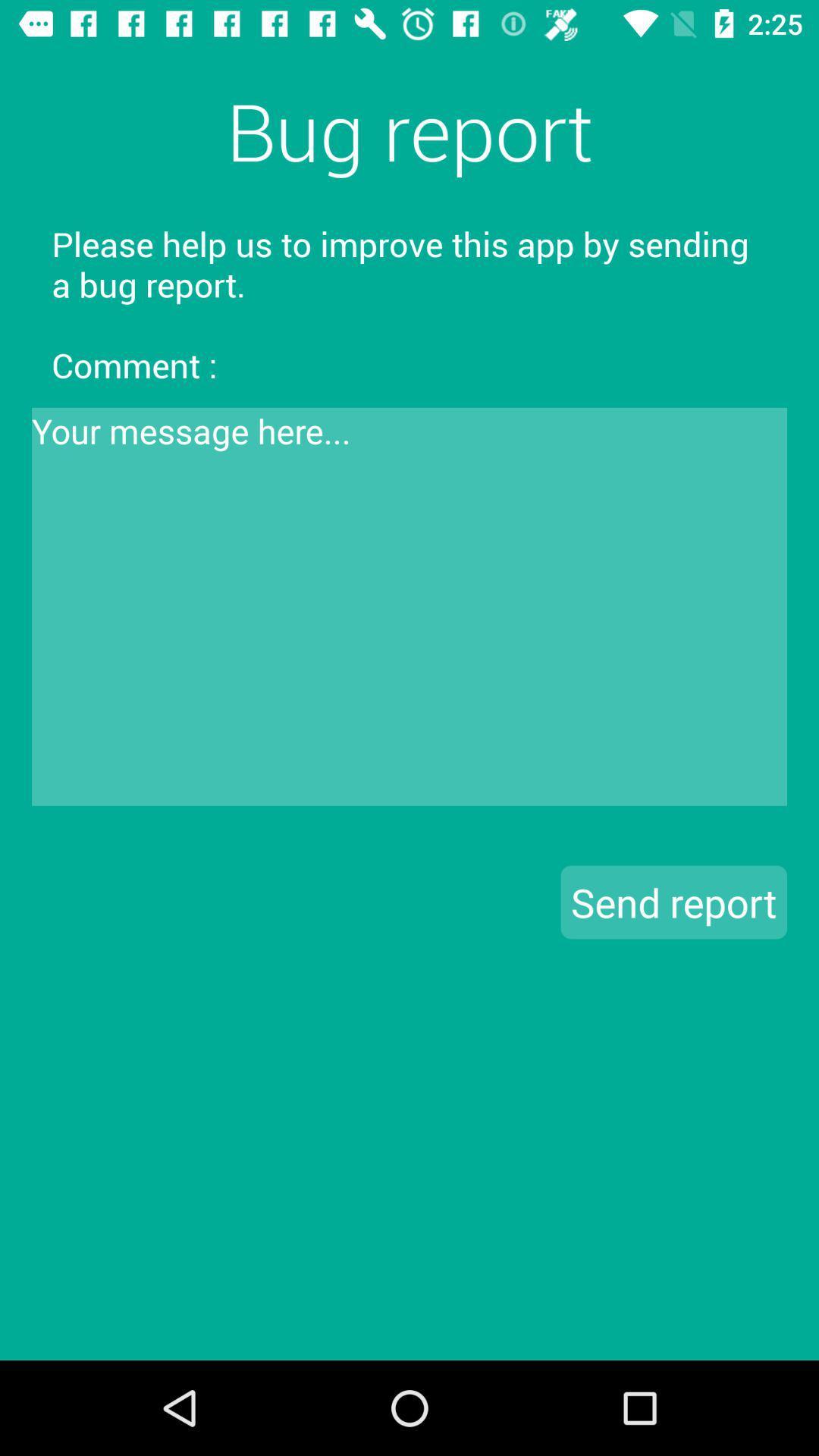 Image resolution: width=819 pixels, height=1456 pixels. What do you see at coordinates (409, 607) in the screenshot?
I see `open comment search bar` at bounding box center [409, 607].